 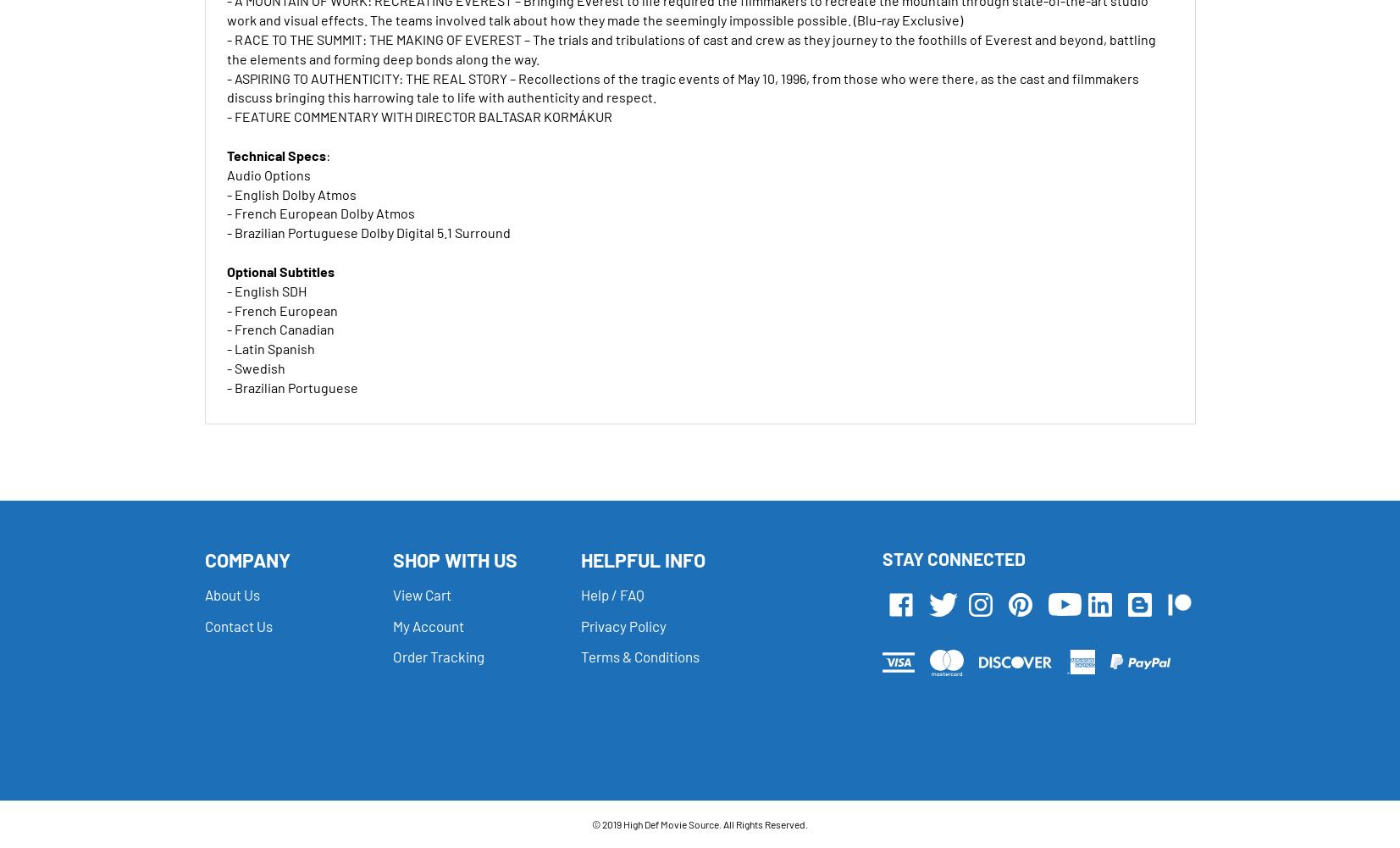 What do you see at coordinates (254, 368) in the screenshot?
I see `'- Swedish'` at bounding box center [254, 368].